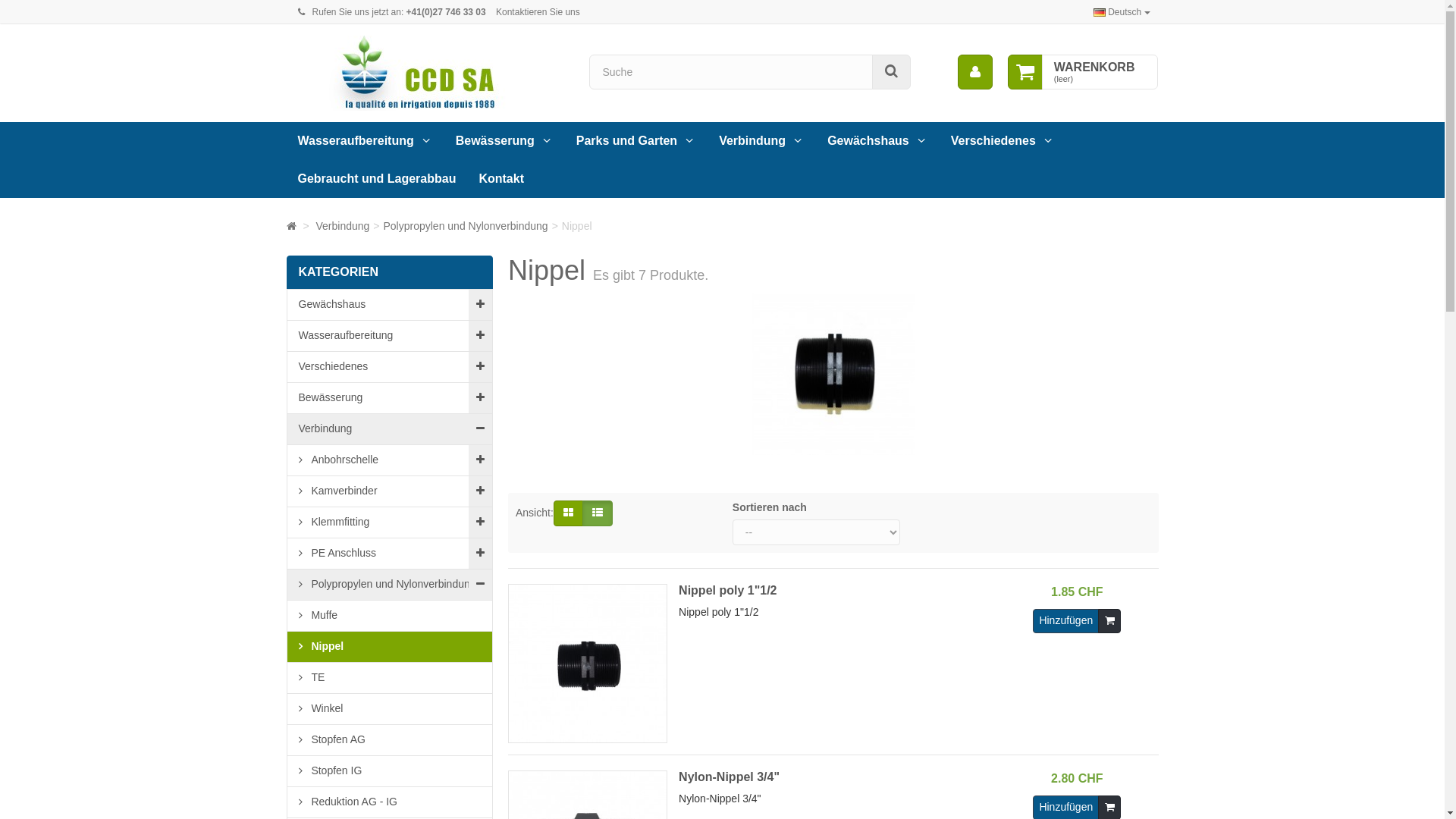  I want to click on 'Kamverbinder', so click(389, 491).